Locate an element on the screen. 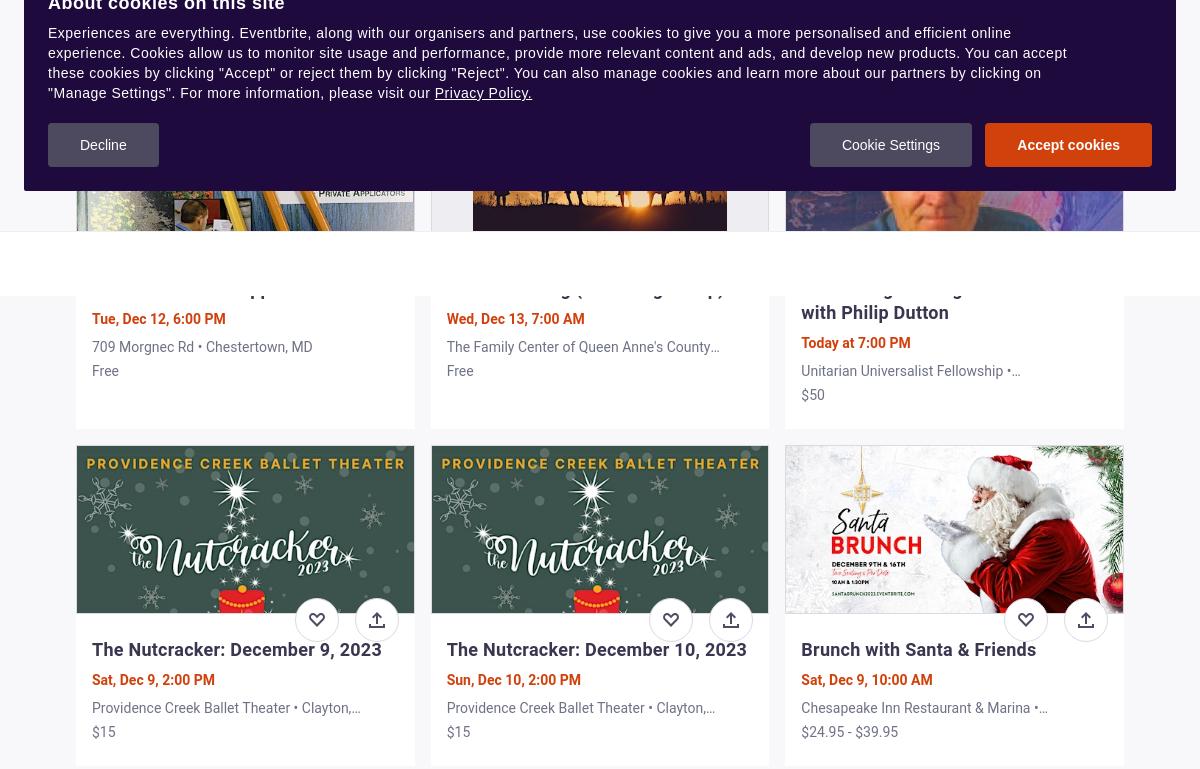 This screenshot has width=1200, height=769. '$20' is located at coordinates (103, 32).